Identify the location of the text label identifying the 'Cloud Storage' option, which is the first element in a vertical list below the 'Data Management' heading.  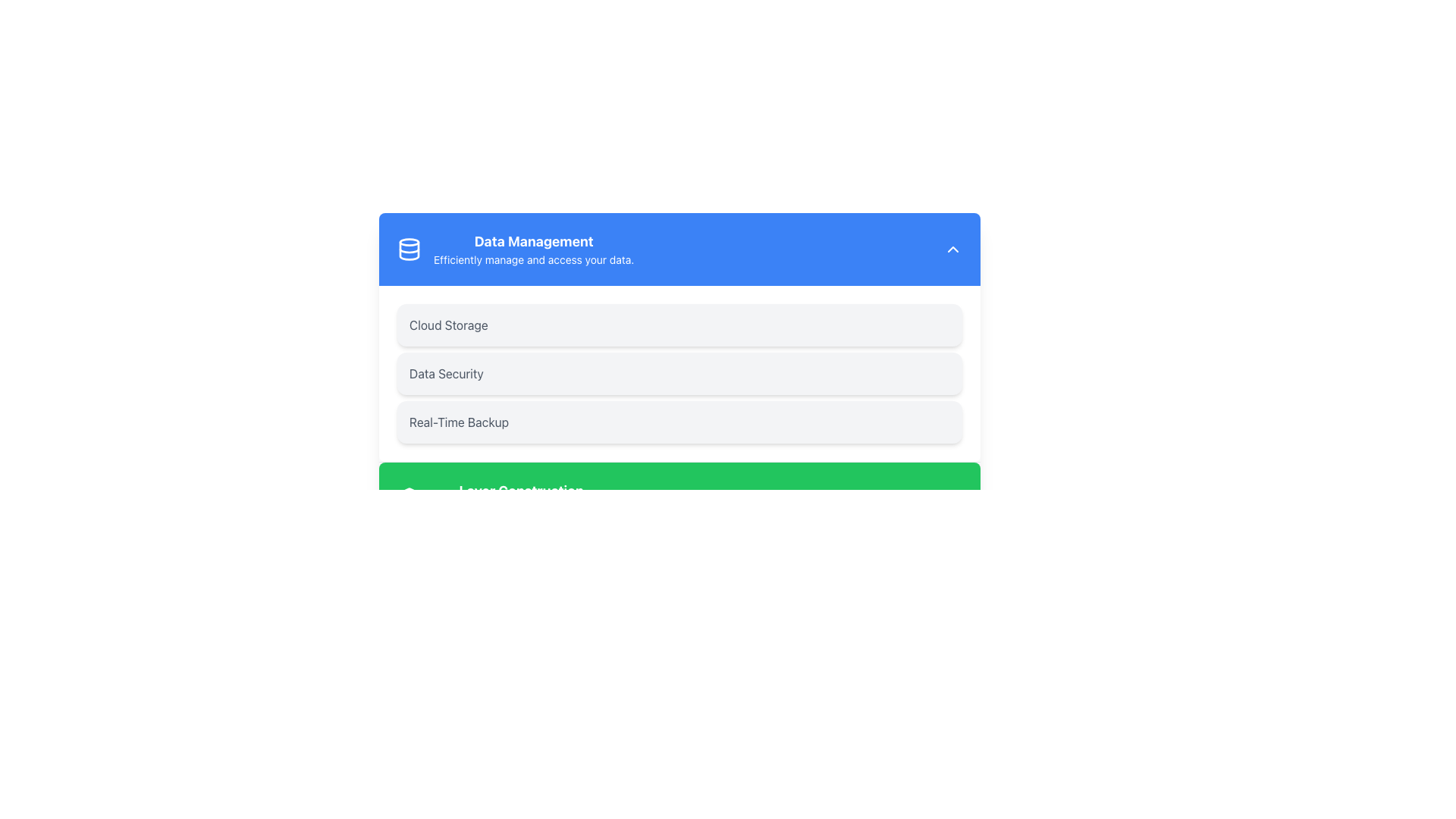
(447, 324).